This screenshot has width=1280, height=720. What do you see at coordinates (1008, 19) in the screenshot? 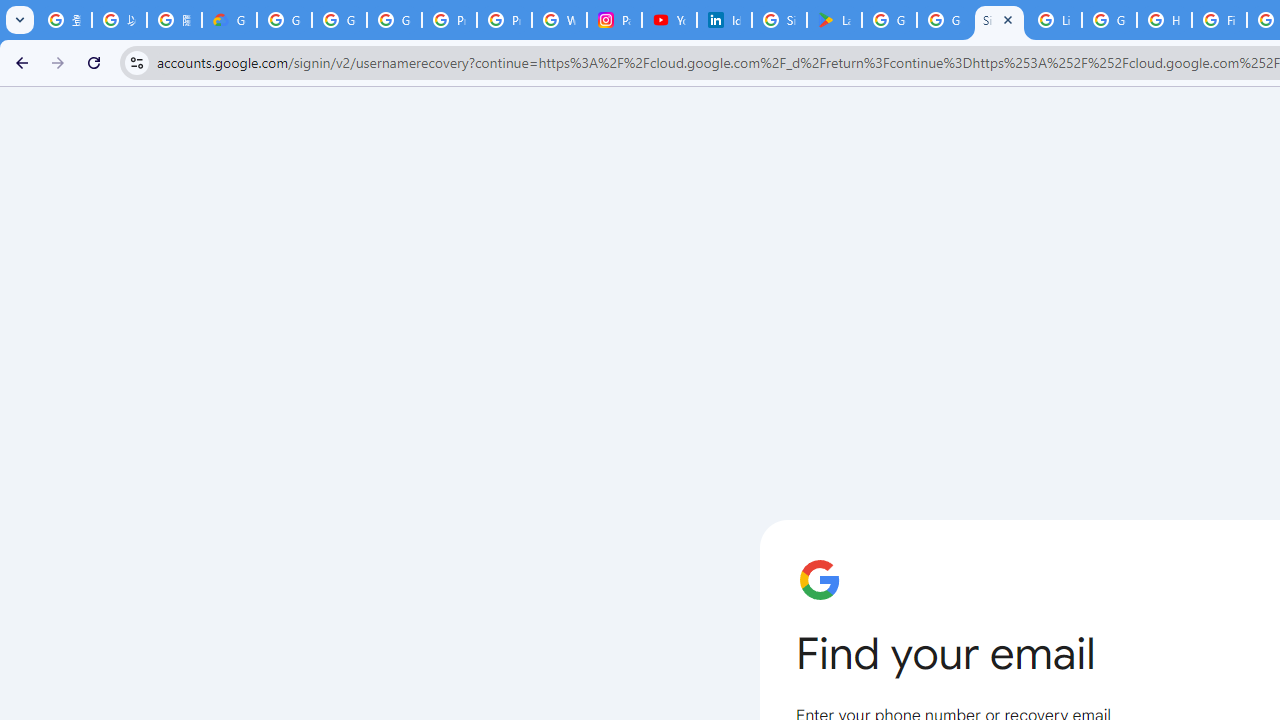
I see `'Close'` at bounding box center [1008, 19].